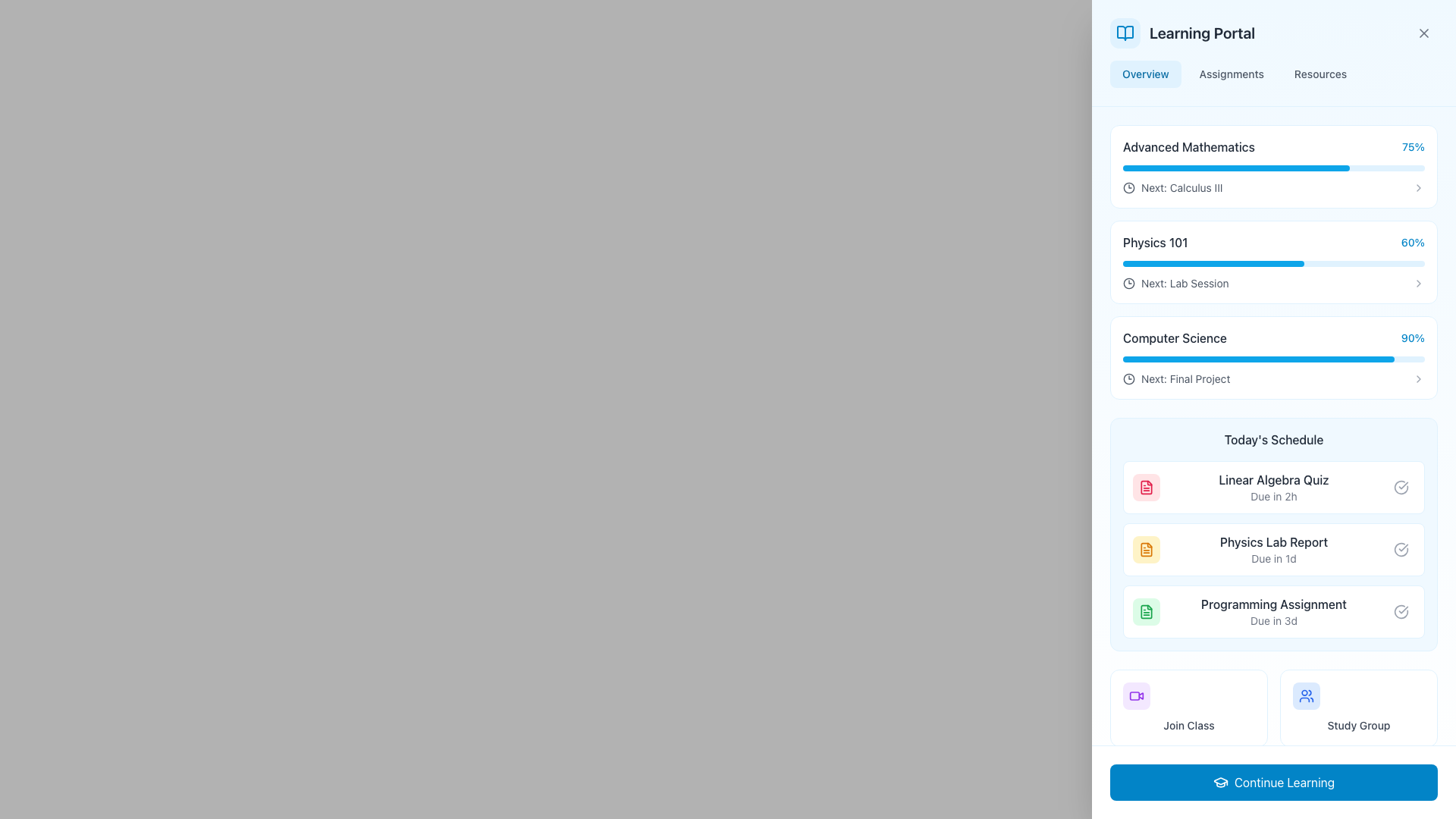 The height and width of the screenshot is (819, 1456). Describe the element at coordinates (1423, 33) in the screenshot. I see `the small circular 'X' icon in the top-right corner of the main interface` at that location.